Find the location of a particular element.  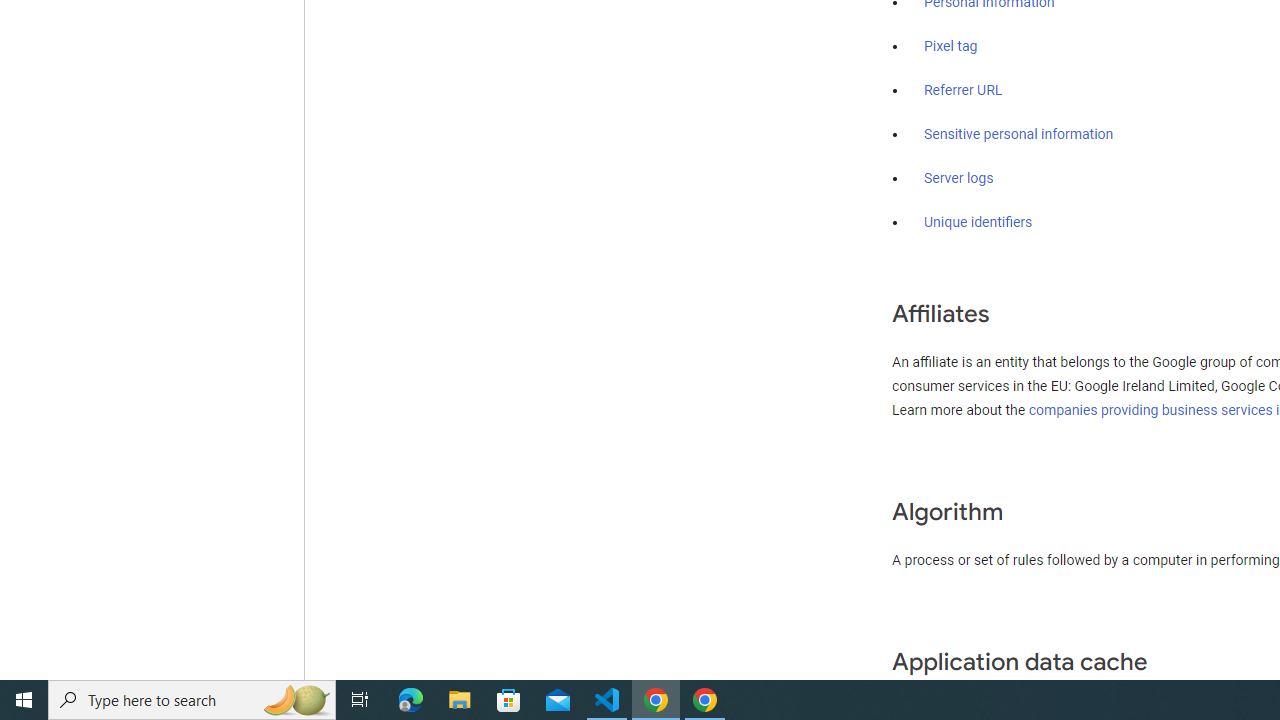

'Pixel tag' is located at coordinates (950, 46).